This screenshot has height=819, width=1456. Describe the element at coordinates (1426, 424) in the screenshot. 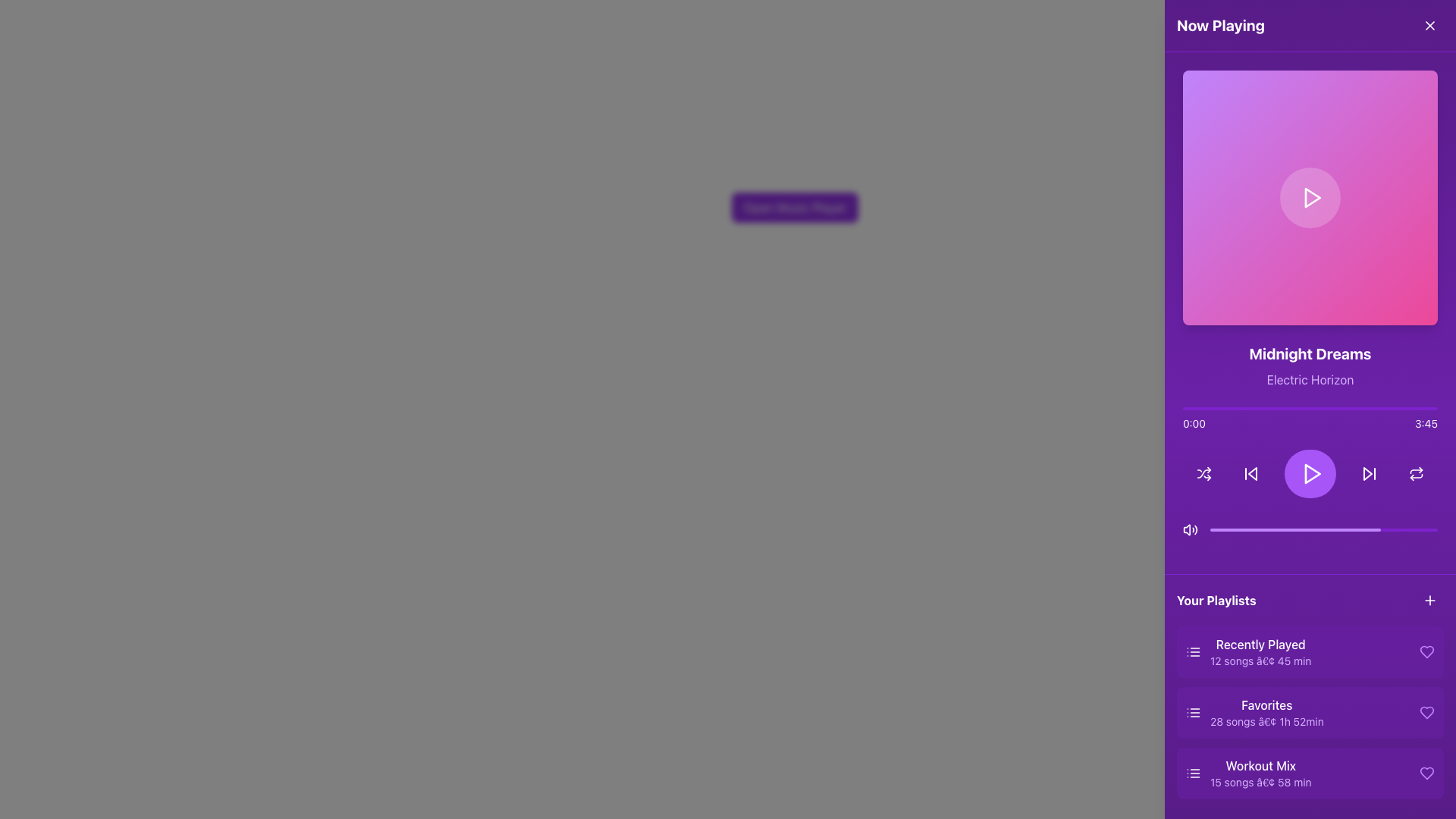

I see `the text label displaying the time '3:45' near the upper right side of the audio playback timeline` at that location.